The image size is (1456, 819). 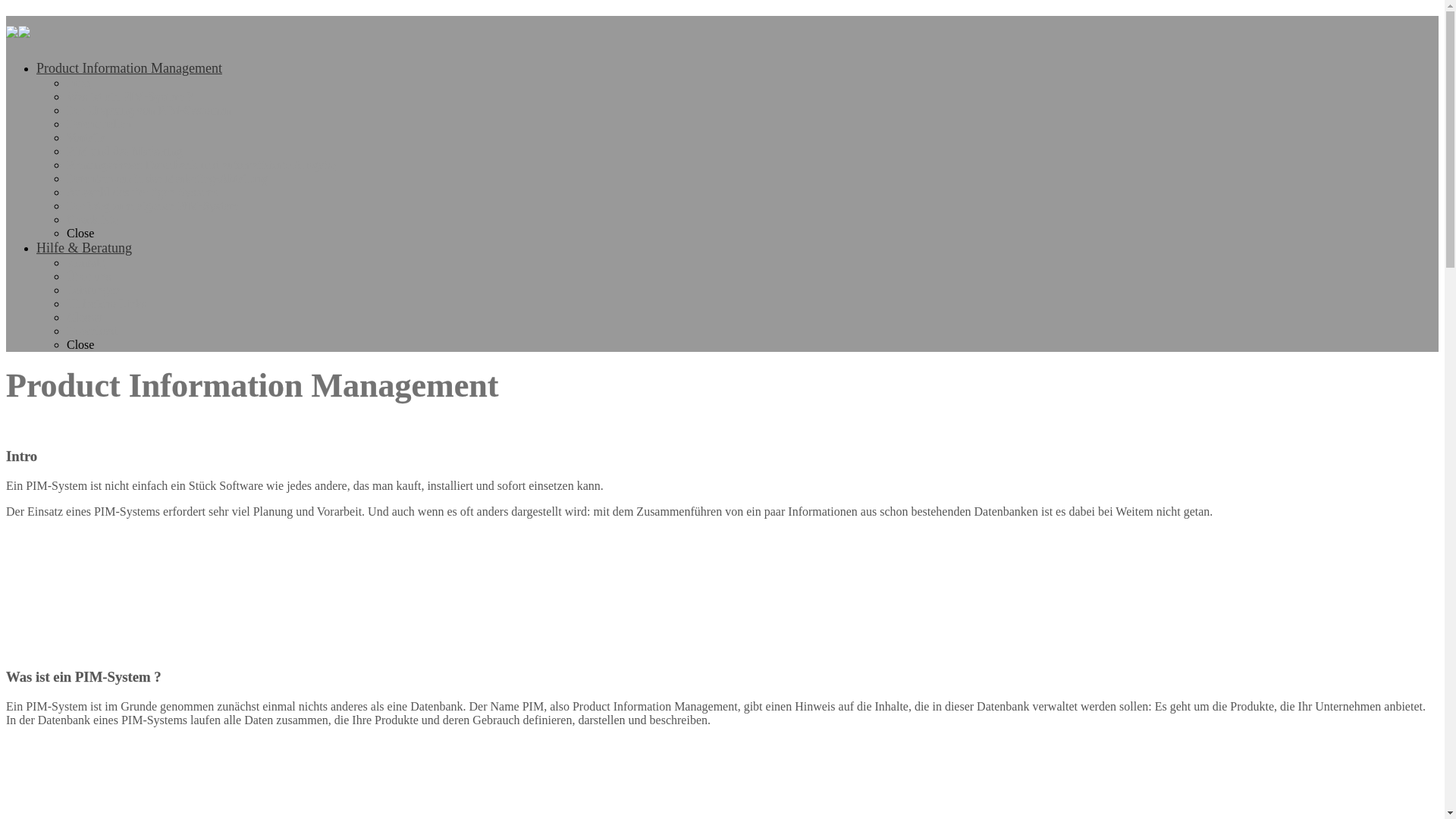 What do you see at coordinates (6, 29) in the screenshot?
I see `'pim'` at bounding box center [6, 29].